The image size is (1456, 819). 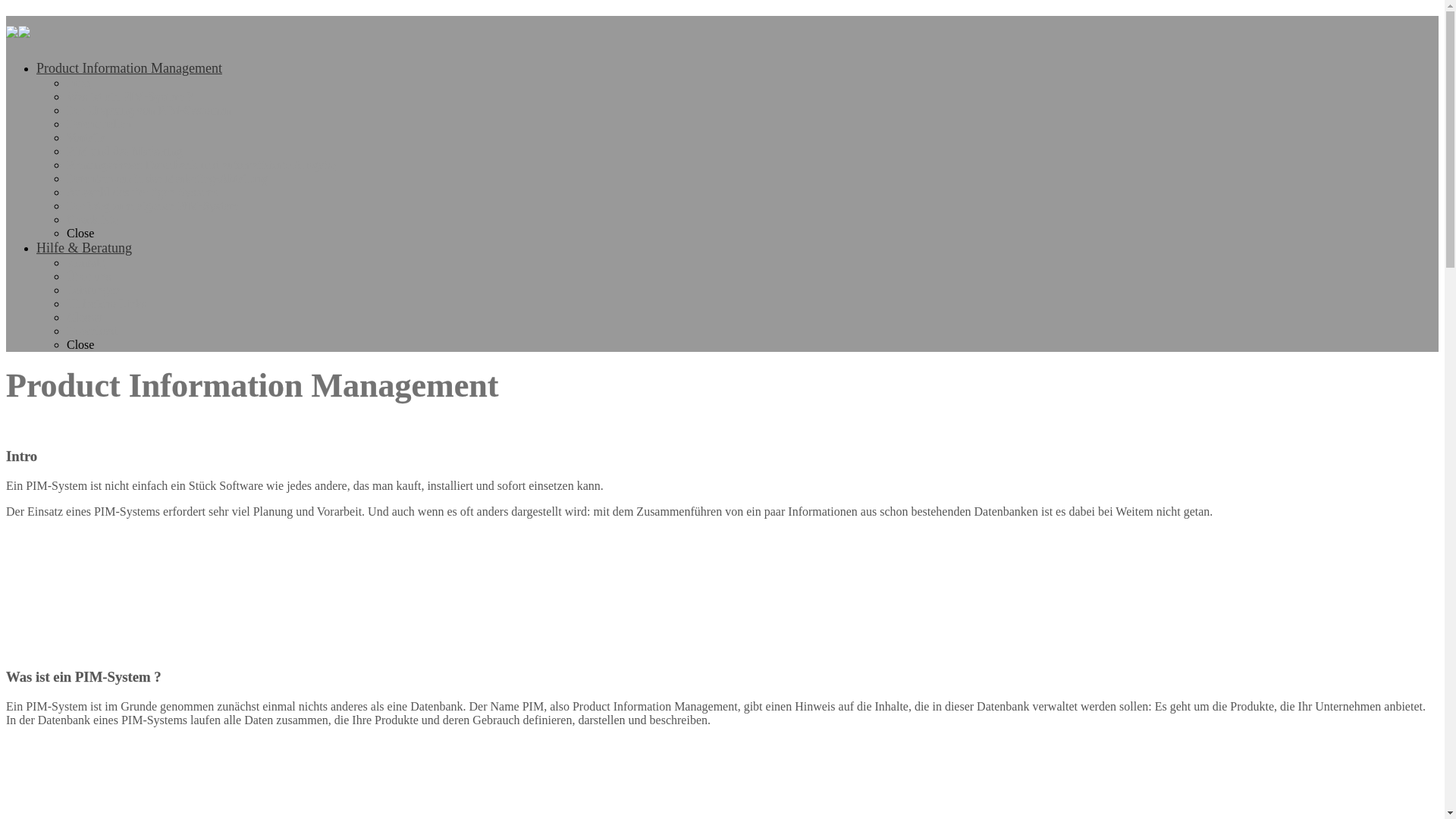 What do you see at coordinates (6, 29) in the screenshot?
I see `'pim'` at bounding box center [6, 29].